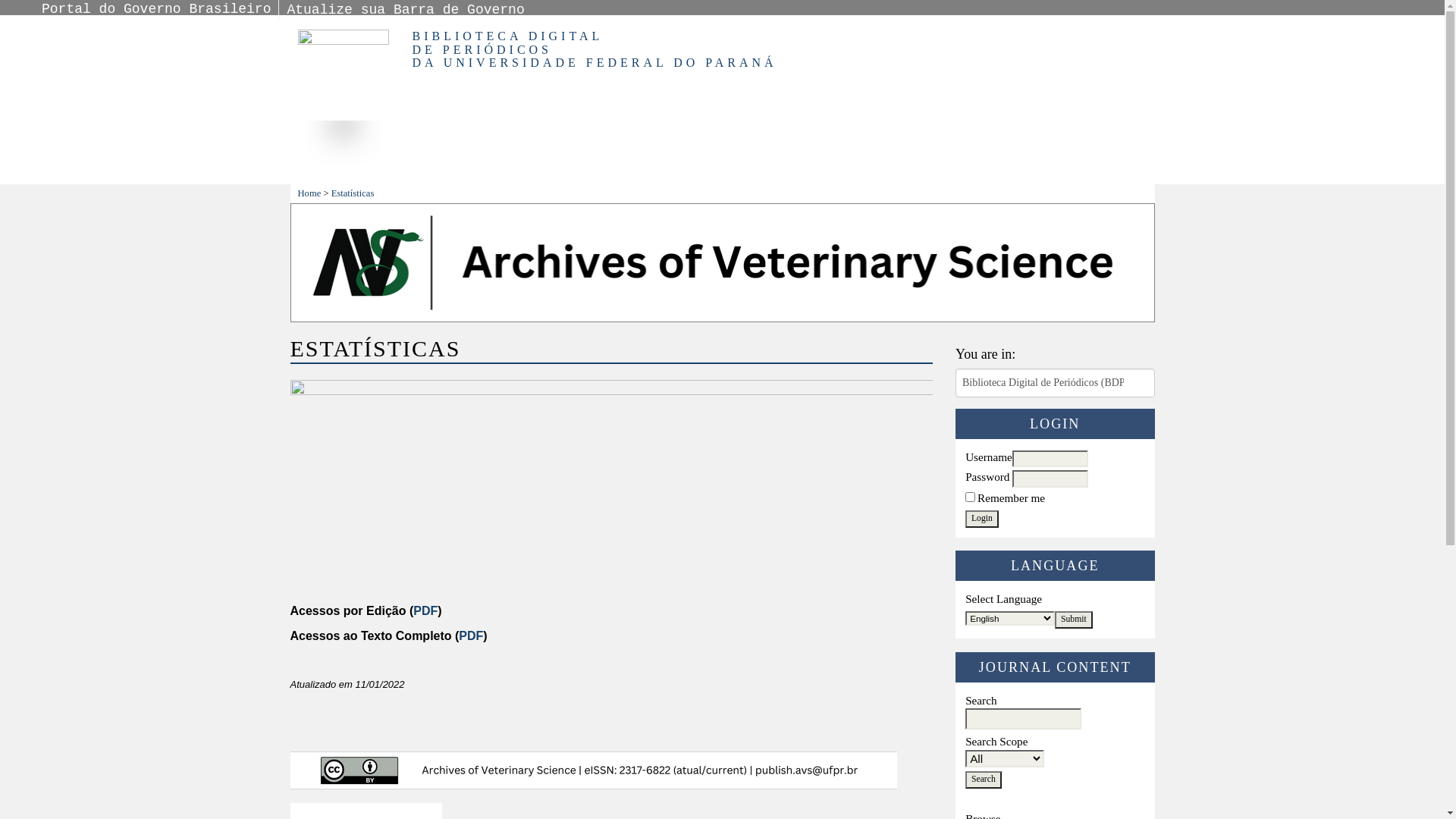  What do you see at coordinates (982, 518) in the screenshot?
I see `'Login'` at bounding box center [982, 518].